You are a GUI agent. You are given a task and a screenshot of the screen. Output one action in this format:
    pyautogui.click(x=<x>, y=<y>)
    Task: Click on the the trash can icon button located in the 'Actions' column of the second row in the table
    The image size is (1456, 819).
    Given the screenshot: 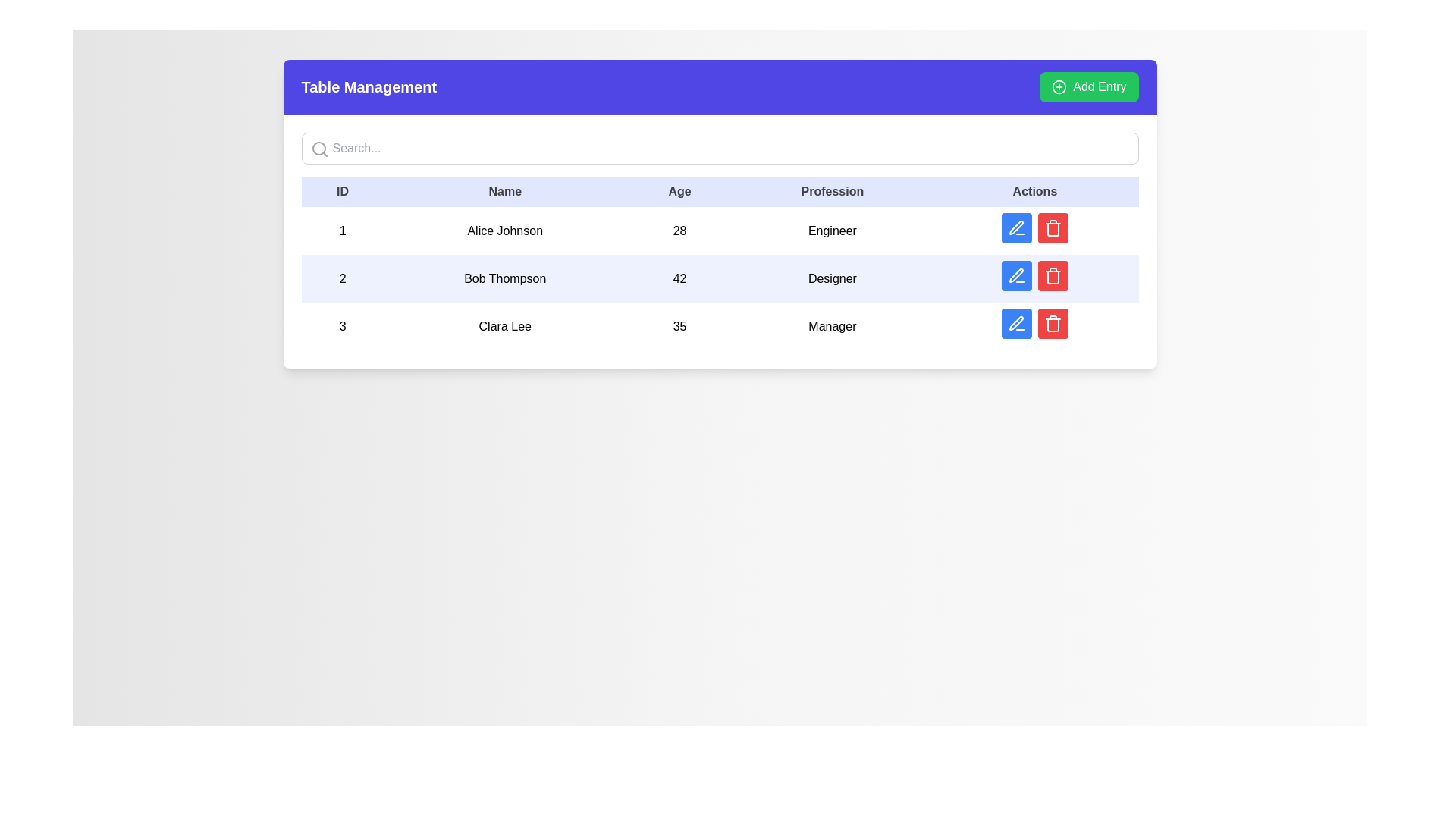 What is the action you would take?
    pyautogui.click(x=1052, y=227)
    